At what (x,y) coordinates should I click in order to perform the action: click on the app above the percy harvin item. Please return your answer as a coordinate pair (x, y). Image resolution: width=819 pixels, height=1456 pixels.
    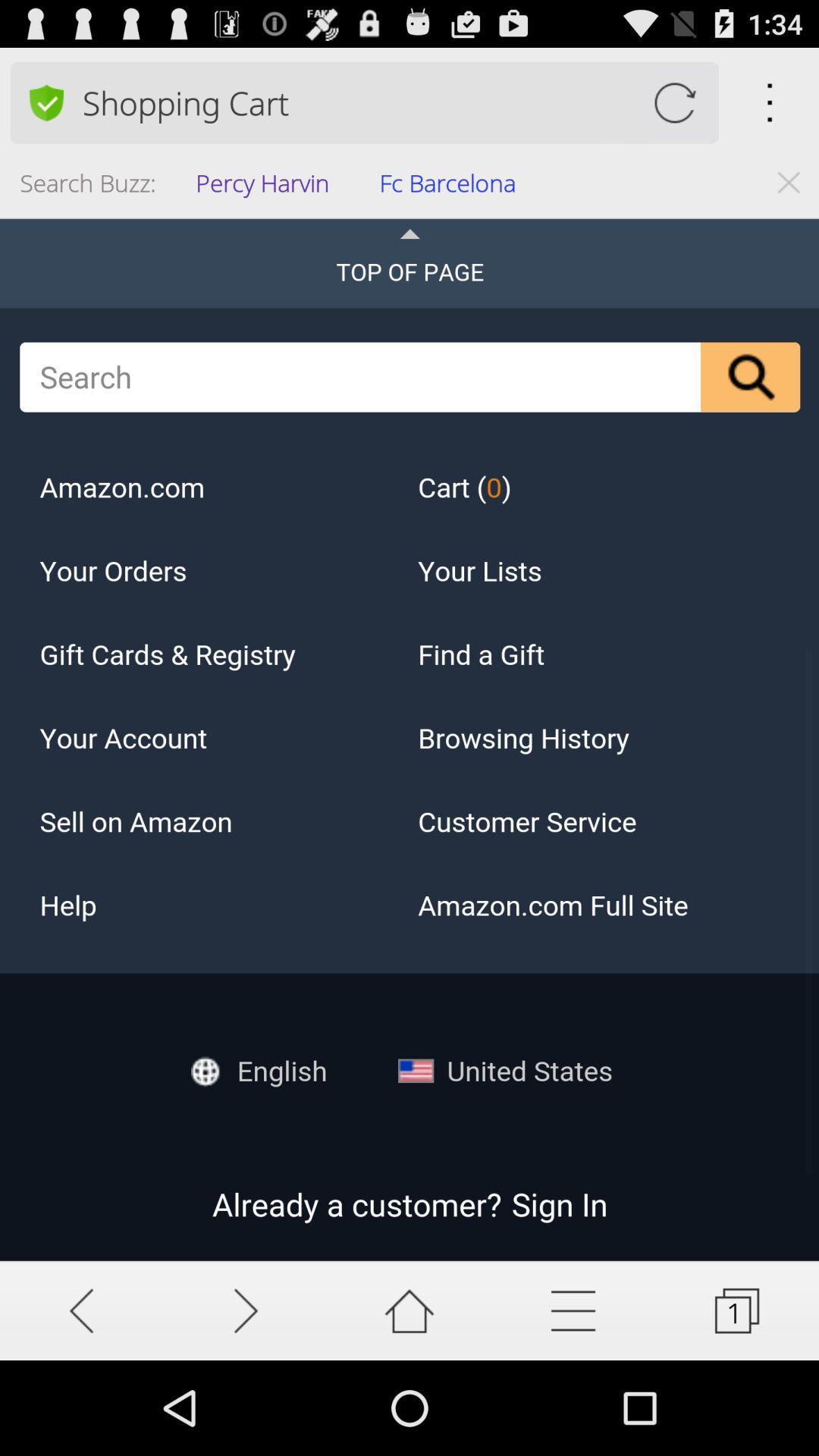
    Looking at the image, I should click on (400, 102).